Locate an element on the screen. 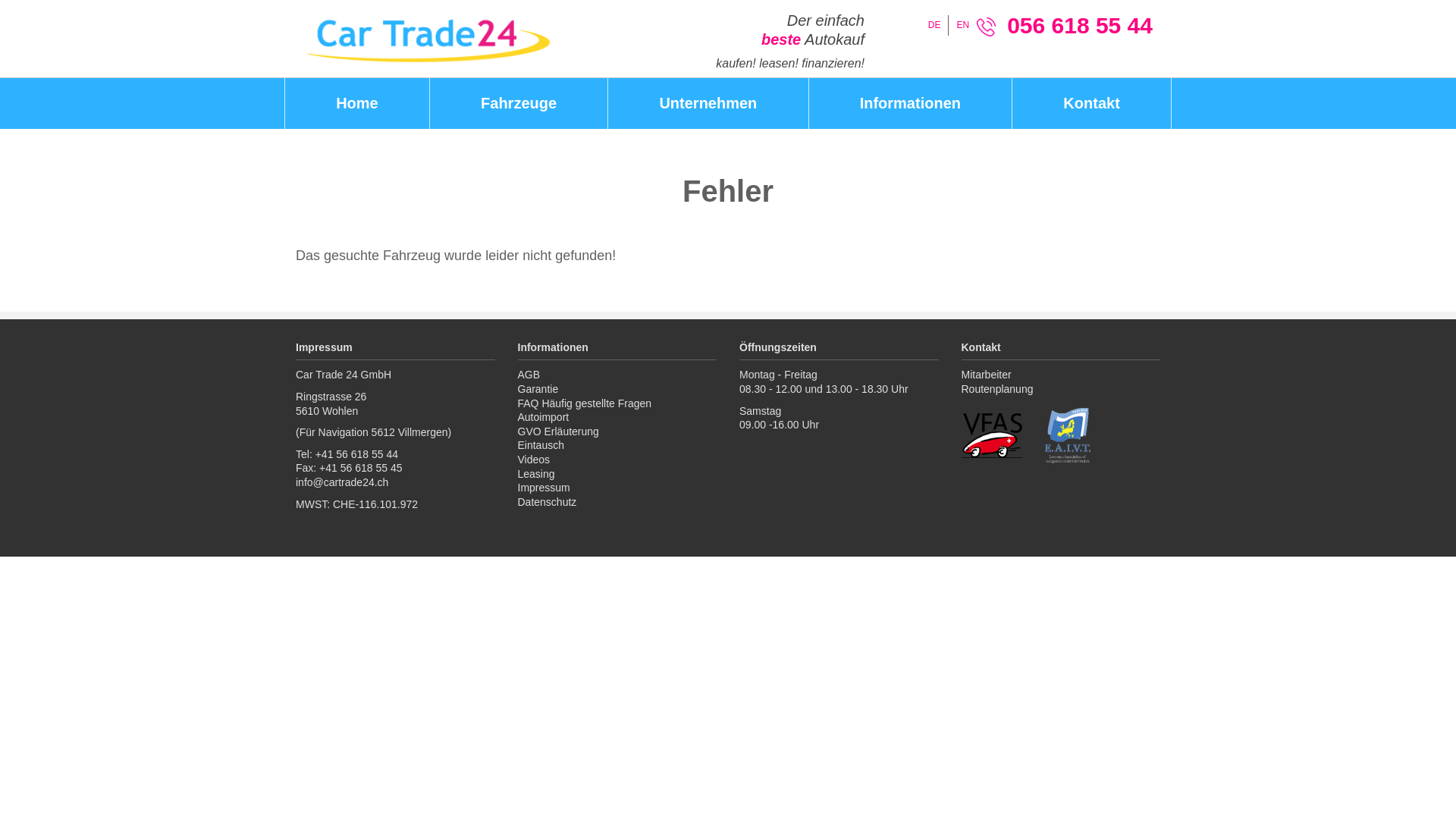 This screenshot has width=1456, height=819. 'info@cartrade24.ch' is located at coordinates (341, 482).